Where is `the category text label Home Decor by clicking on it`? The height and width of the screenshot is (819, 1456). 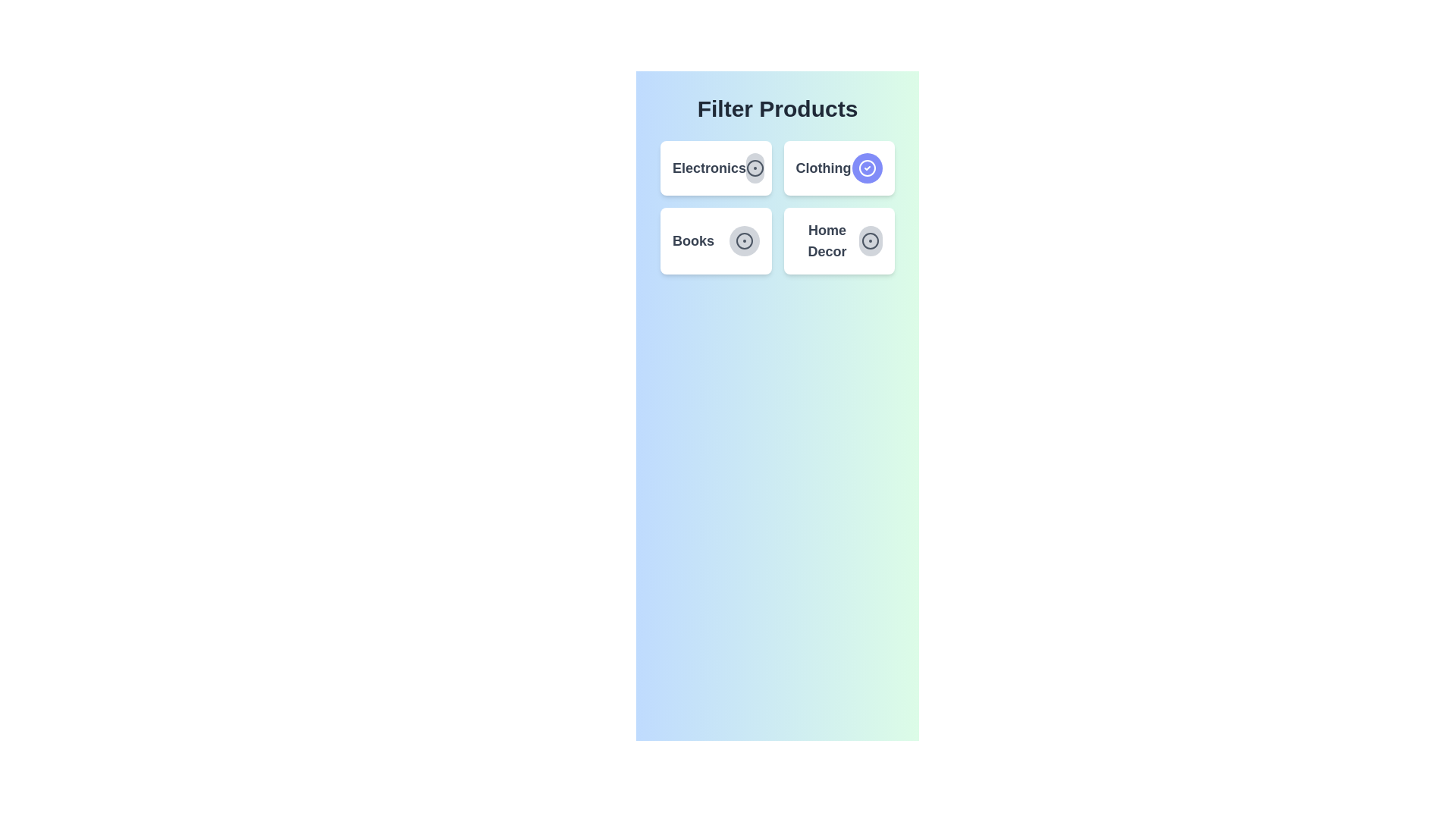
the category text label Home Decor by clicking on it is located at coordinates (827, 240).